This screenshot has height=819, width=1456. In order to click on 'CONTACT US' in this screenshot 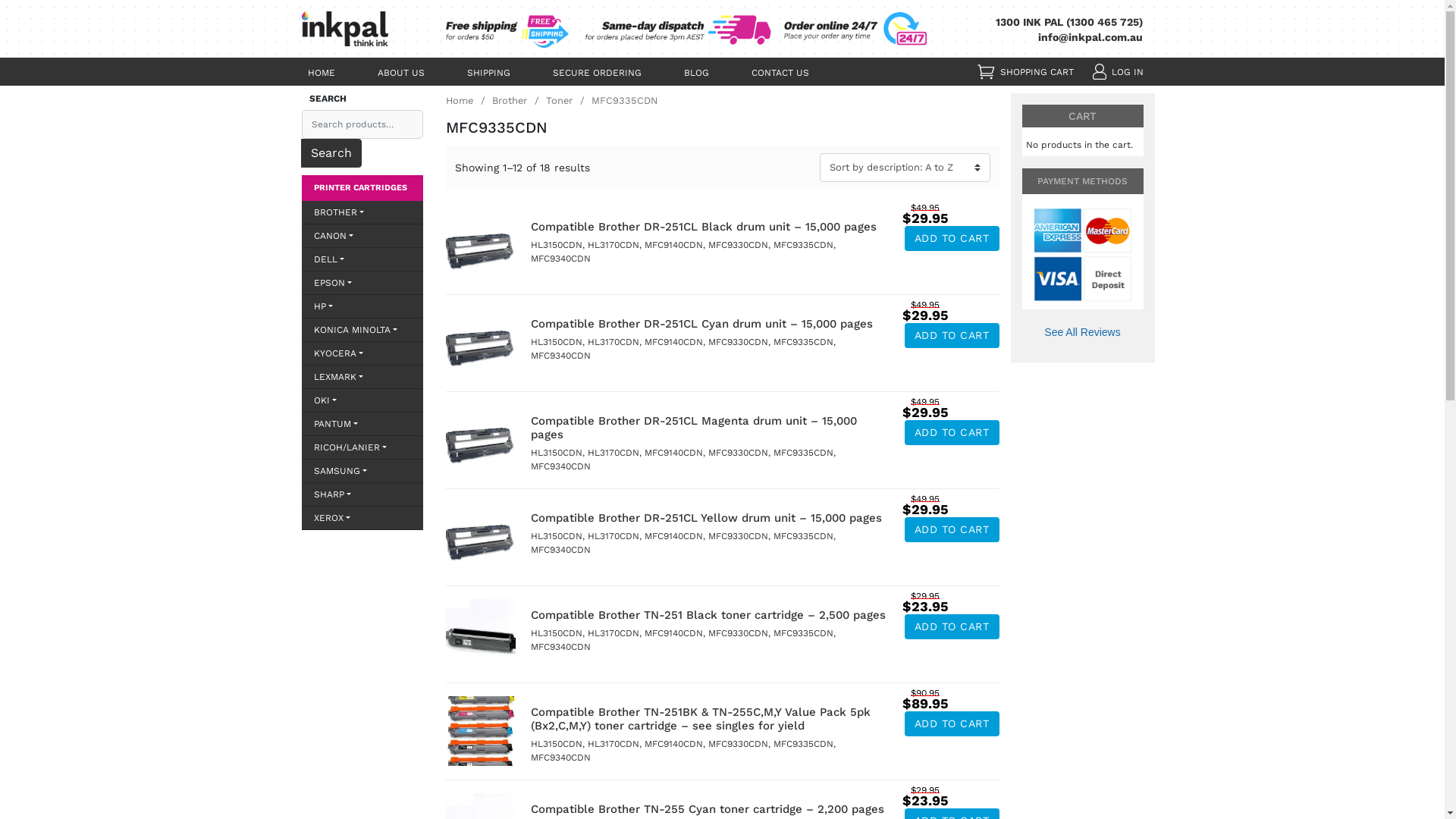, I will do `click(779, 72)`.